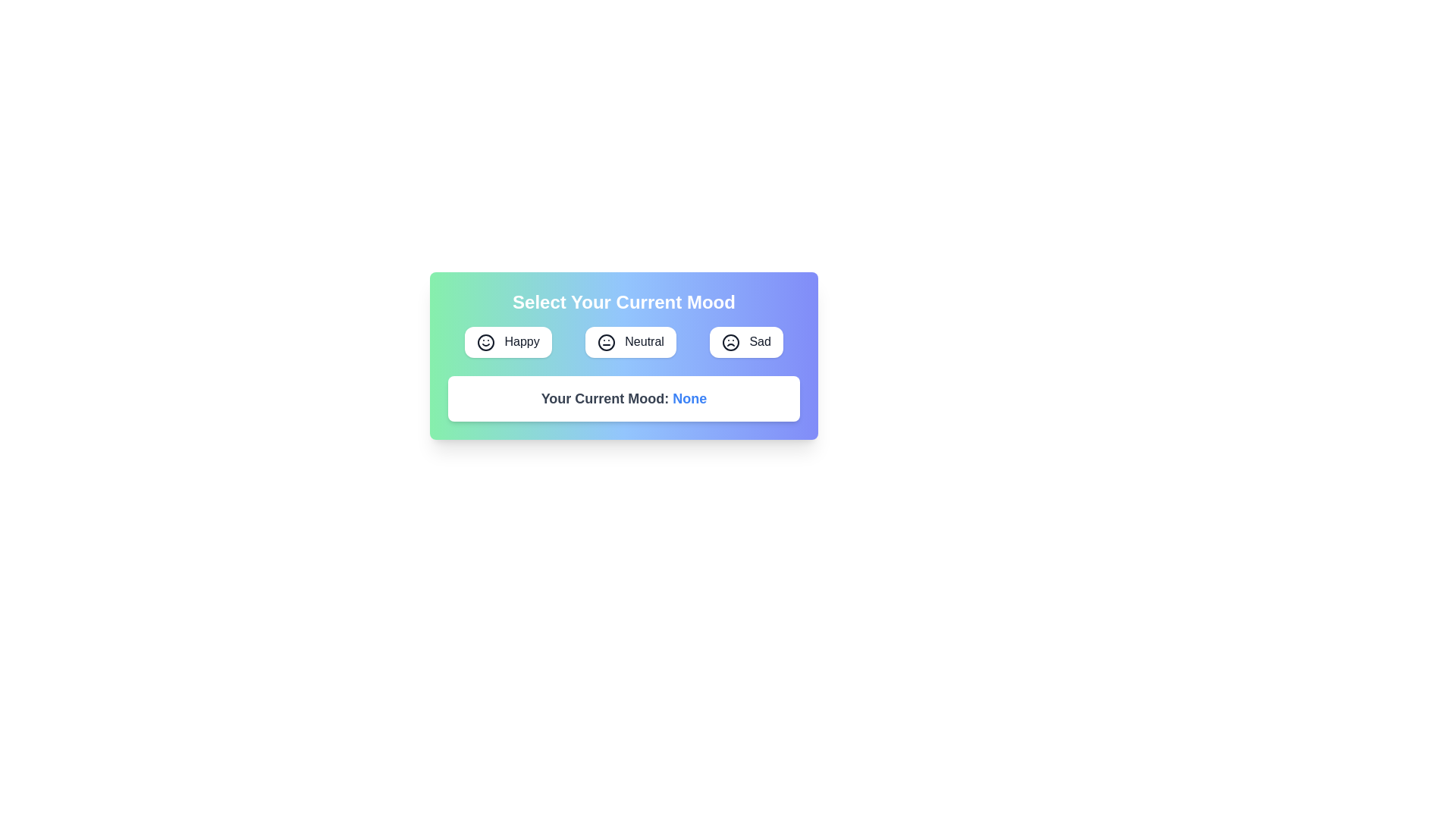 Image resolution: width=1456 pixels, height=819 pixels. I want to click on the 'Neutral' button, which displays the text 'Neutral' with a neutral face icon, to observe the style changes such as background and text color alterations, so click(630, 342).